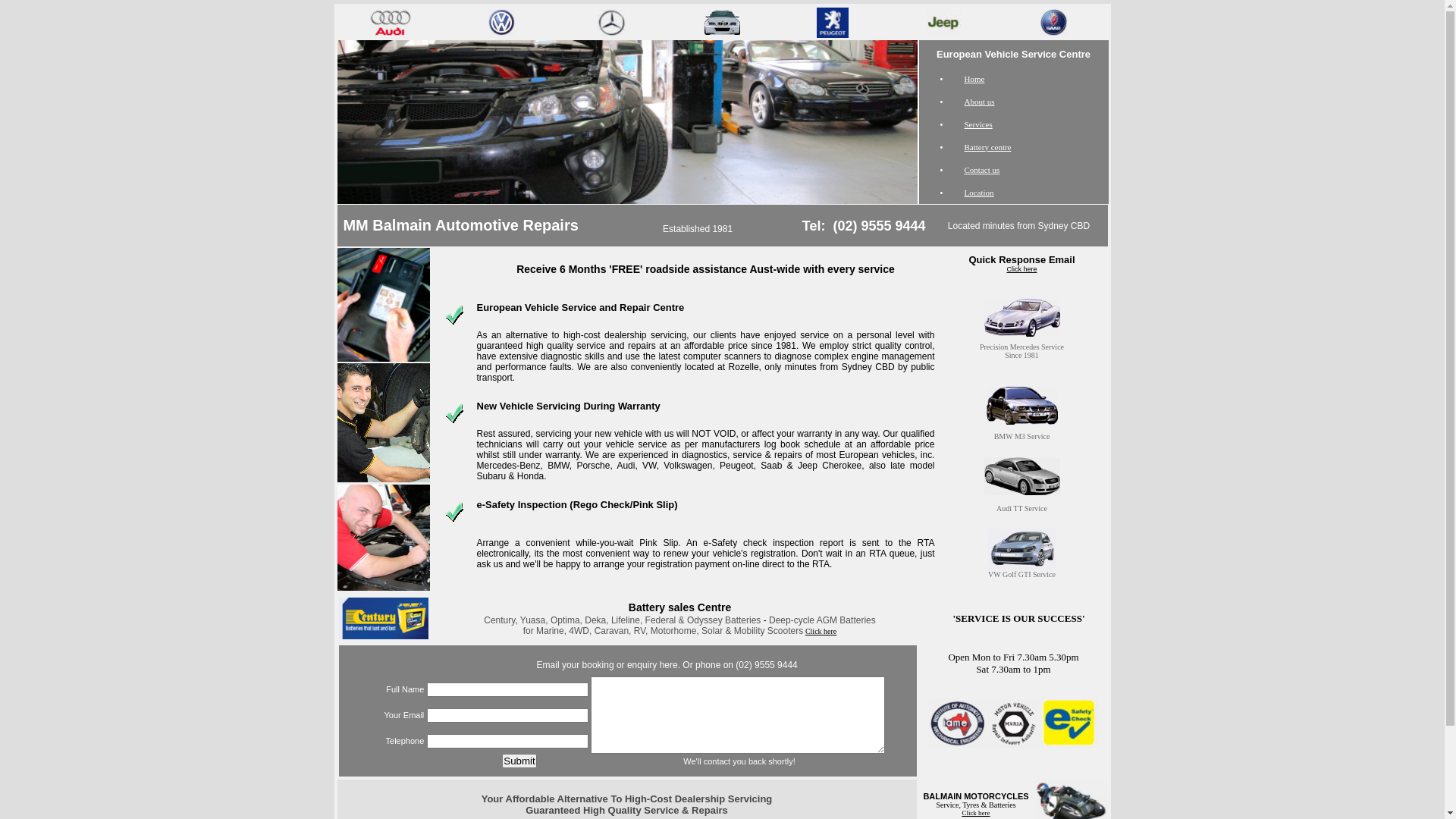 This screenshot has width=1456, height=819. I want to click on 'Battery centre', so click(964, 146).